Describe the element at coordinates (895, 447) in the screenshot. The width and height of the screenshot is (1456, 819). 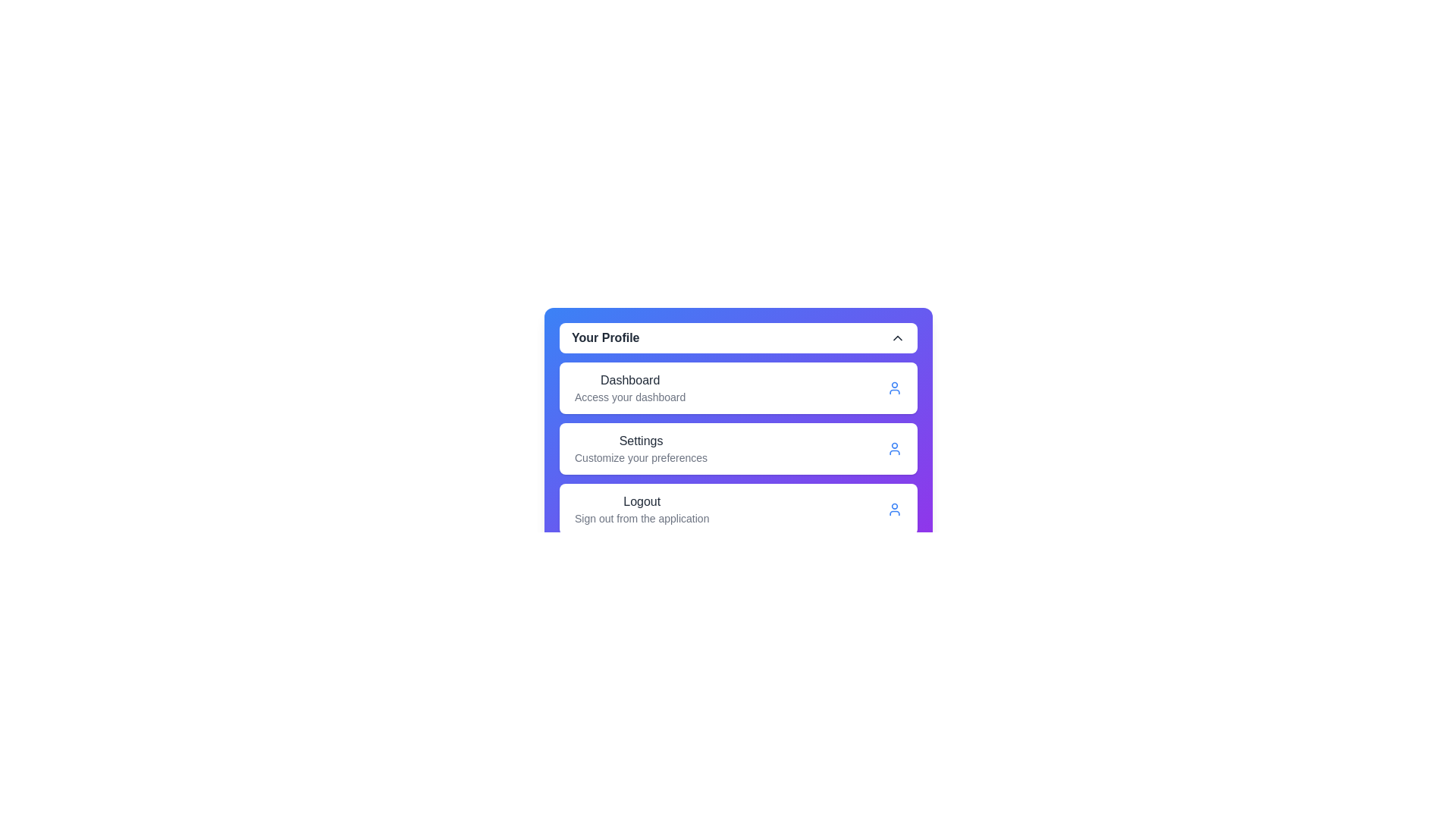
I see `the icon of the Settings menu item` at that location.